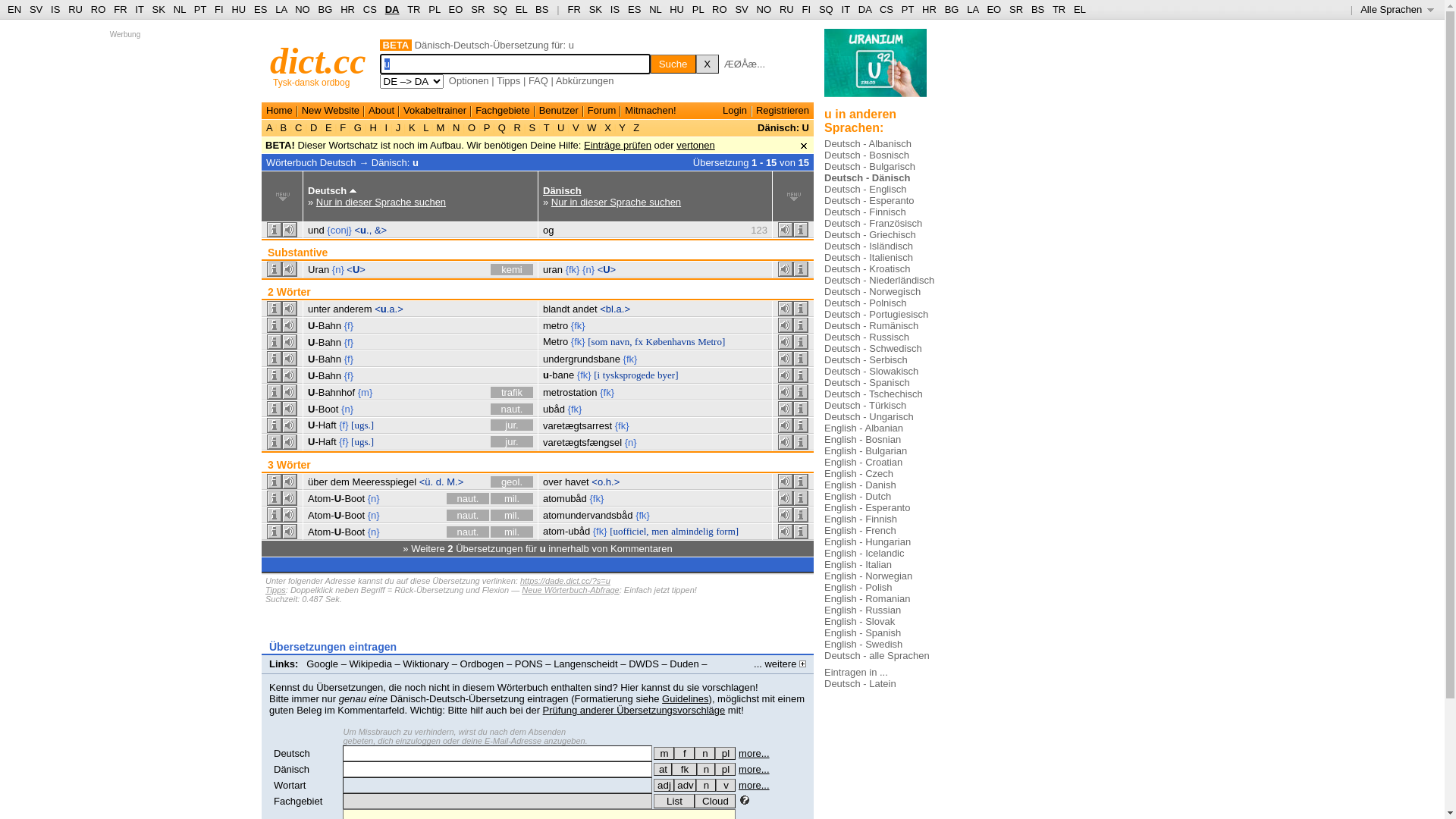  I want to click on 'Alle Sprachen ', so click(1360, 9).